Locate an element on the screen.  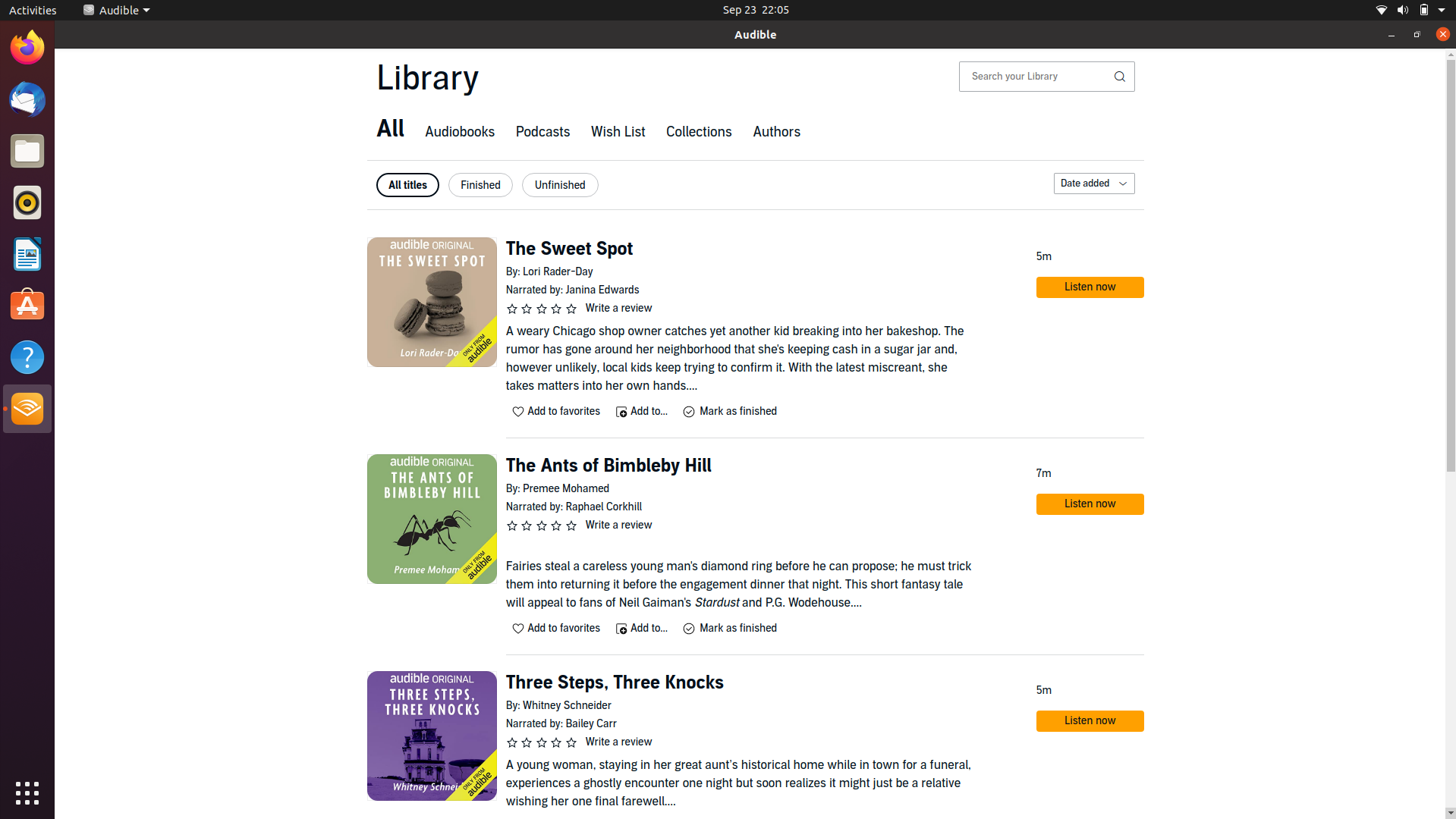
Move to "Authors" menu is located at coordinates (775, 133).